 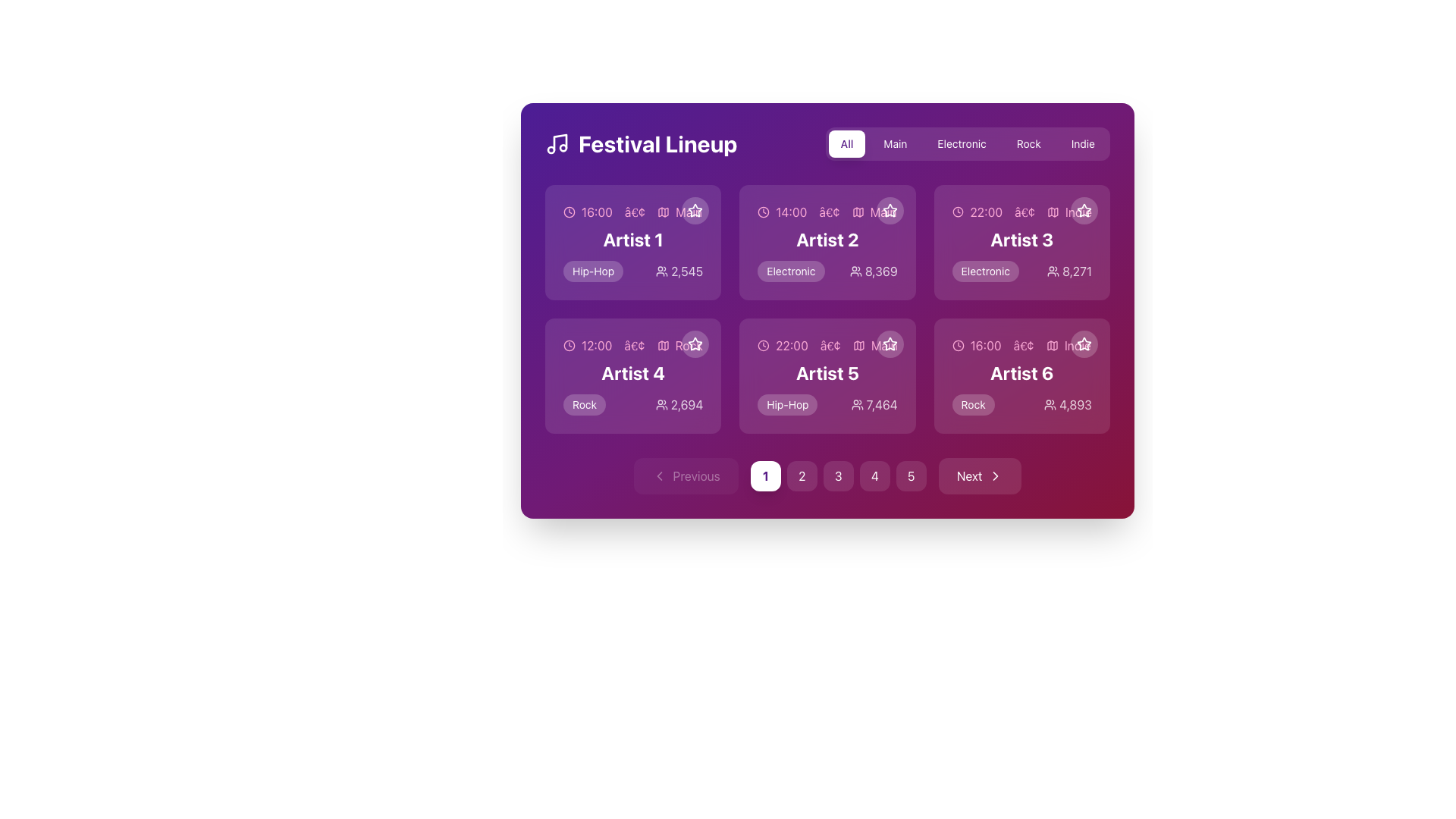 I want to click on the graphical map icon located in the top-right quadrant of the interface to interact with the map feature, so click(x=1053, y=212).